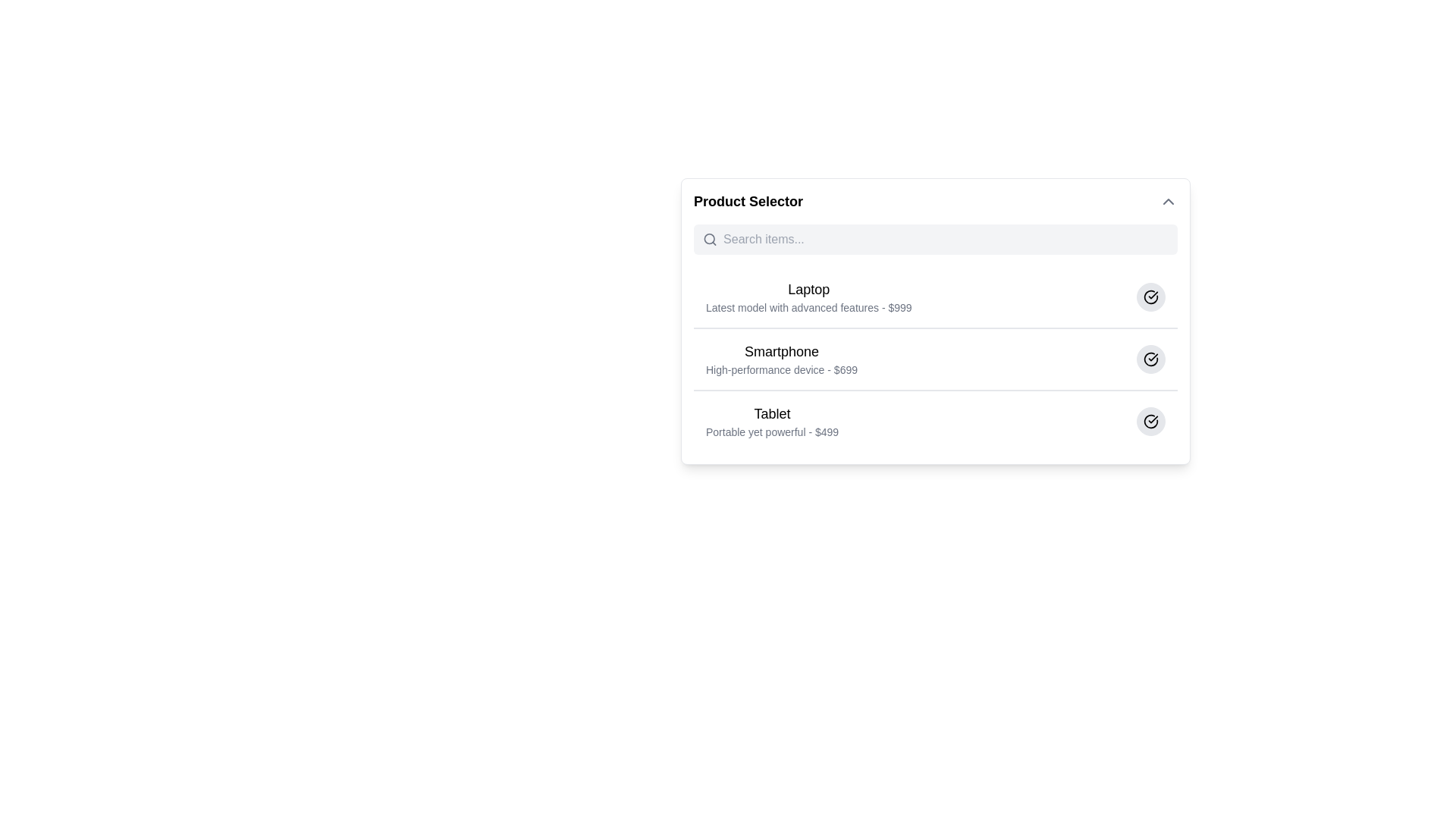  Describe the element at coordinates (782, 351) in the screenshot. I see `the primary title label of the second product option, which is centered above the descriptive text 'High-performance device - $699'` at that location.